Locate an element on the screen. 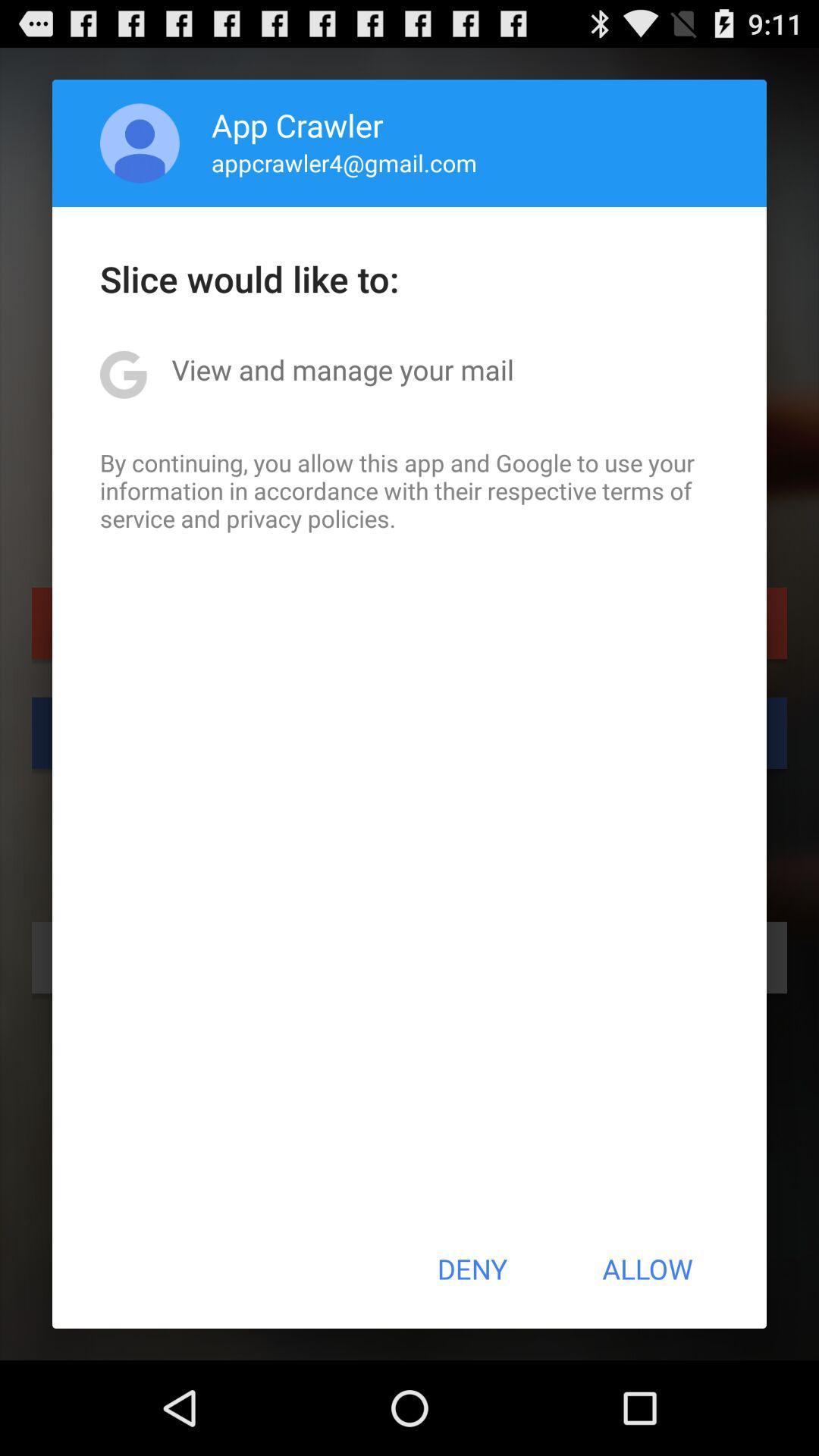  the app crawler item is located at coordinates (297, 124).